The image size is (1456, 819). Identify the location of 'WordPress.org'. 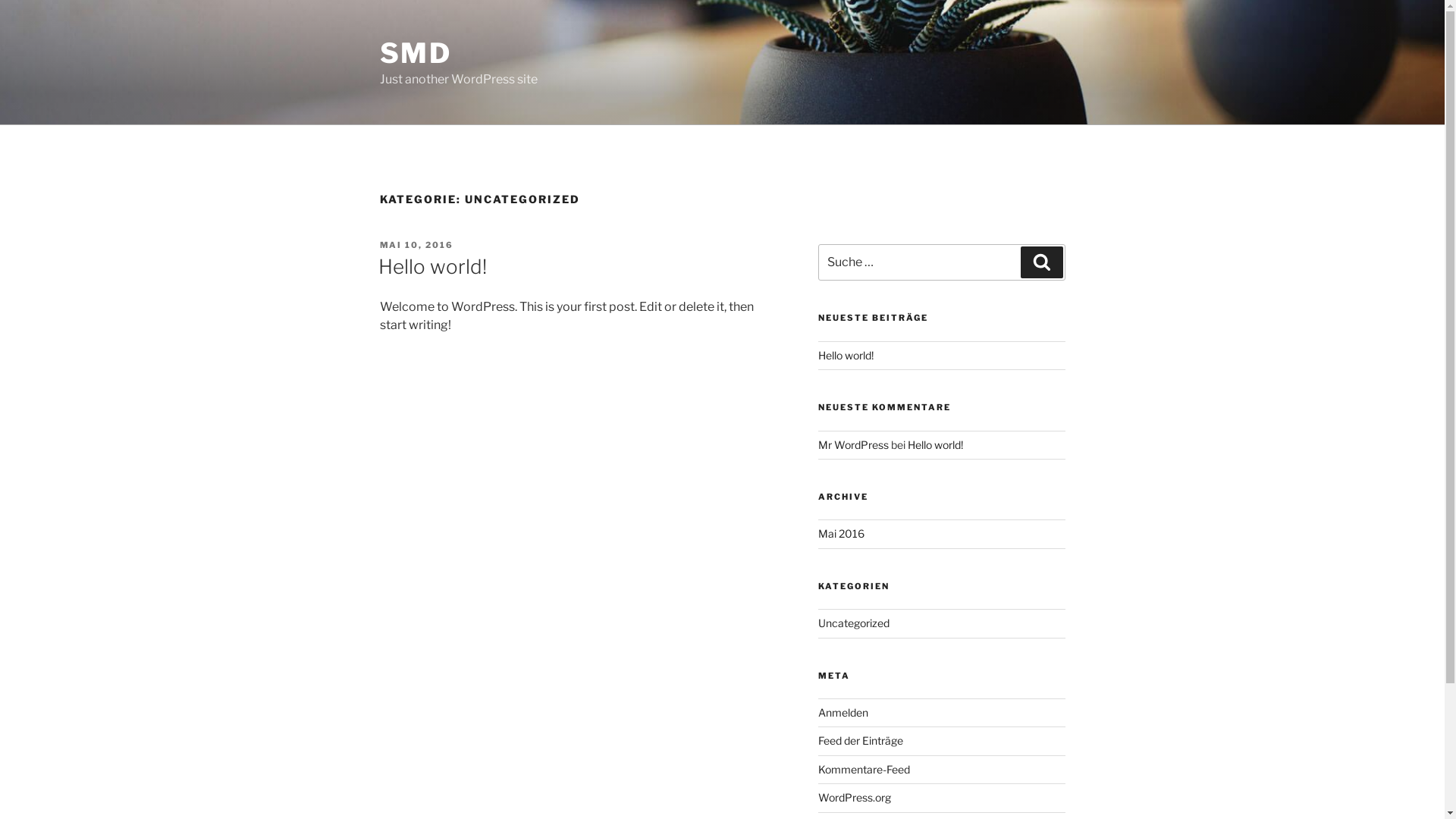
(855, 796).